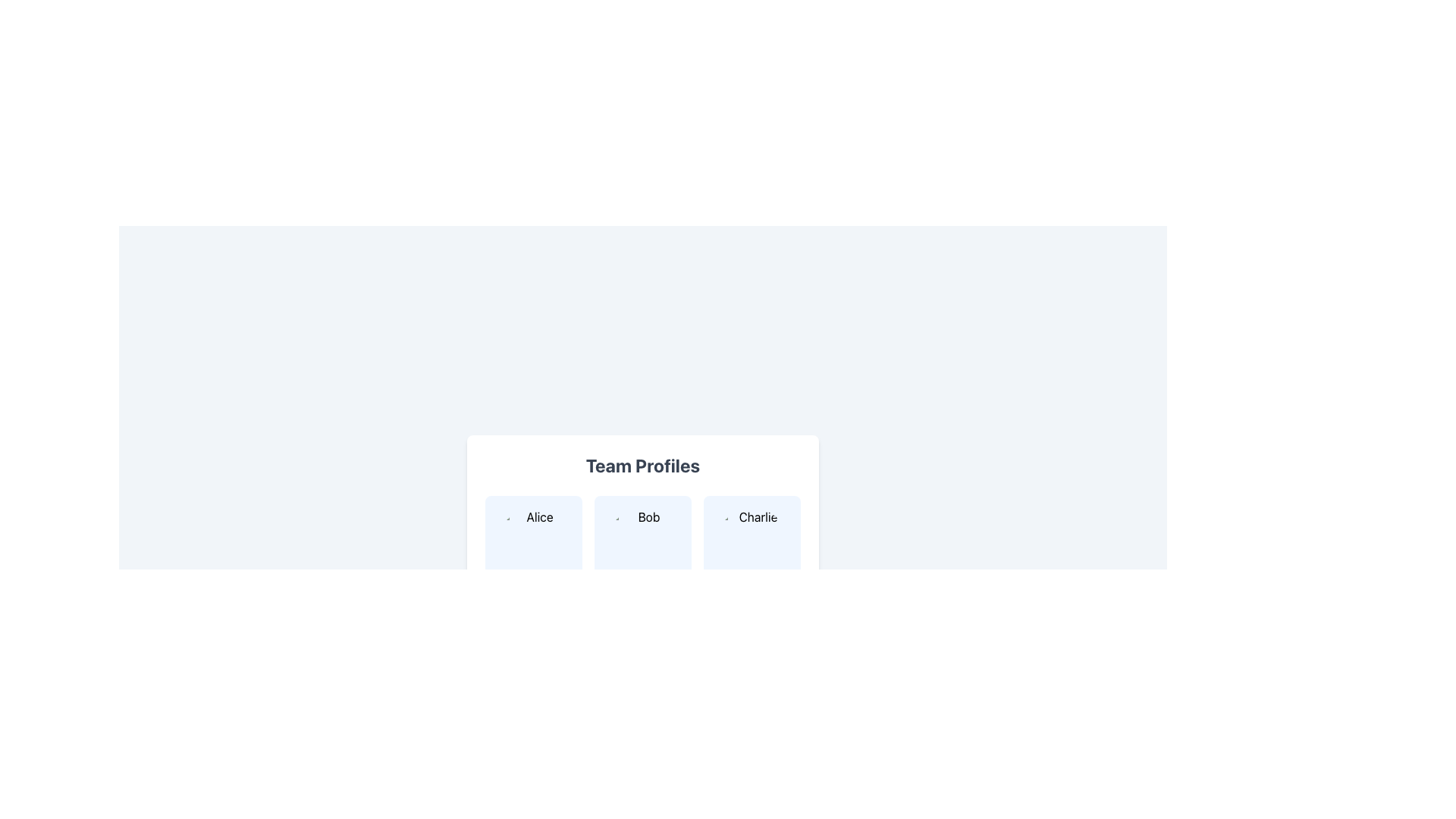 The image size is (1456, 819). What do you see at coordinates (752, 543) in the screenshot?
I see `the profile picture for 'Charlie' located in the 'Team Profiles' grid` at bounding box center [752, 543].